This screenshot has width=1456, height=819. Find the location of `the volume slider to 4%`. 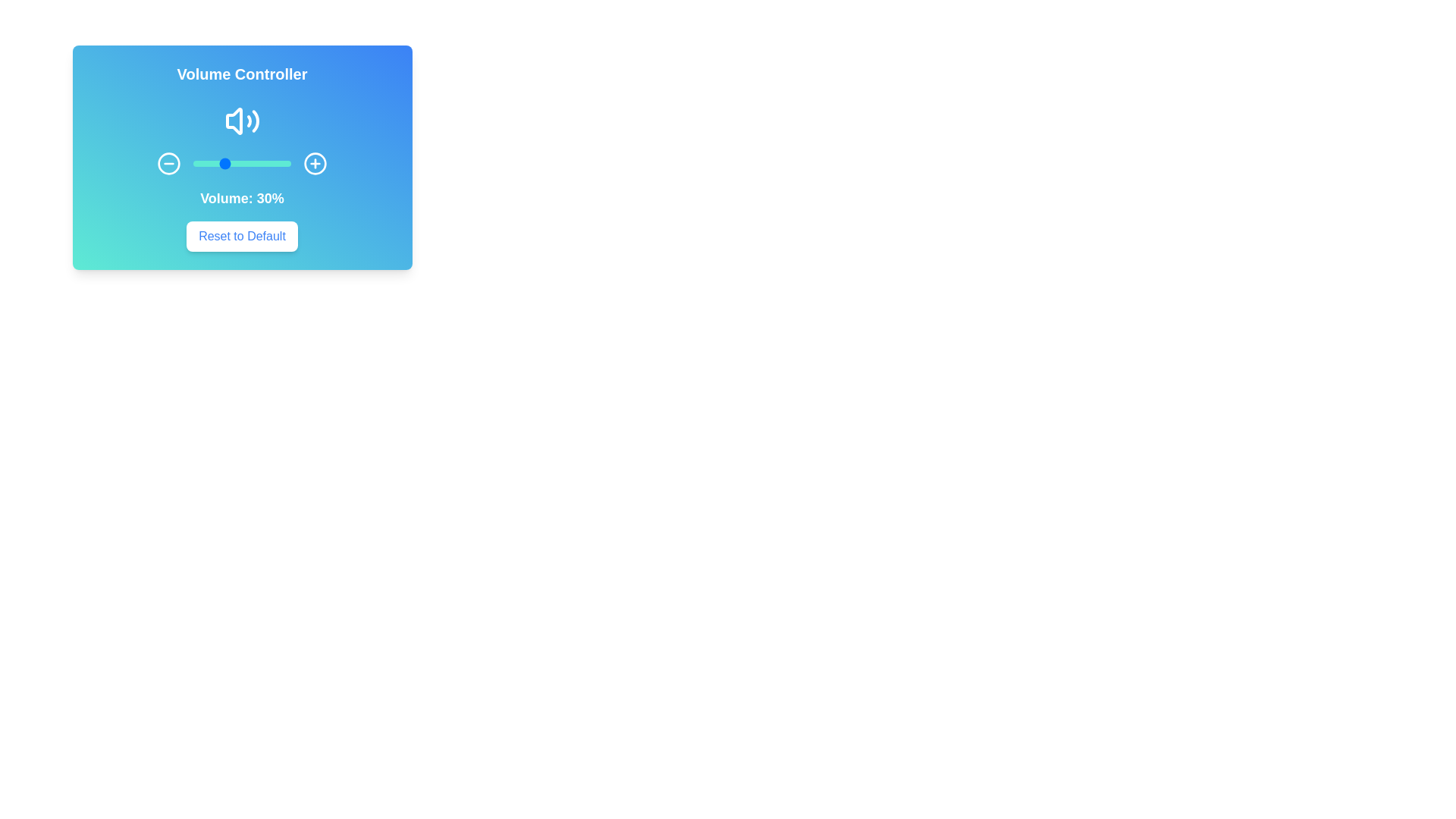

the volume slider to 4% is located at coordinates (196, 164).